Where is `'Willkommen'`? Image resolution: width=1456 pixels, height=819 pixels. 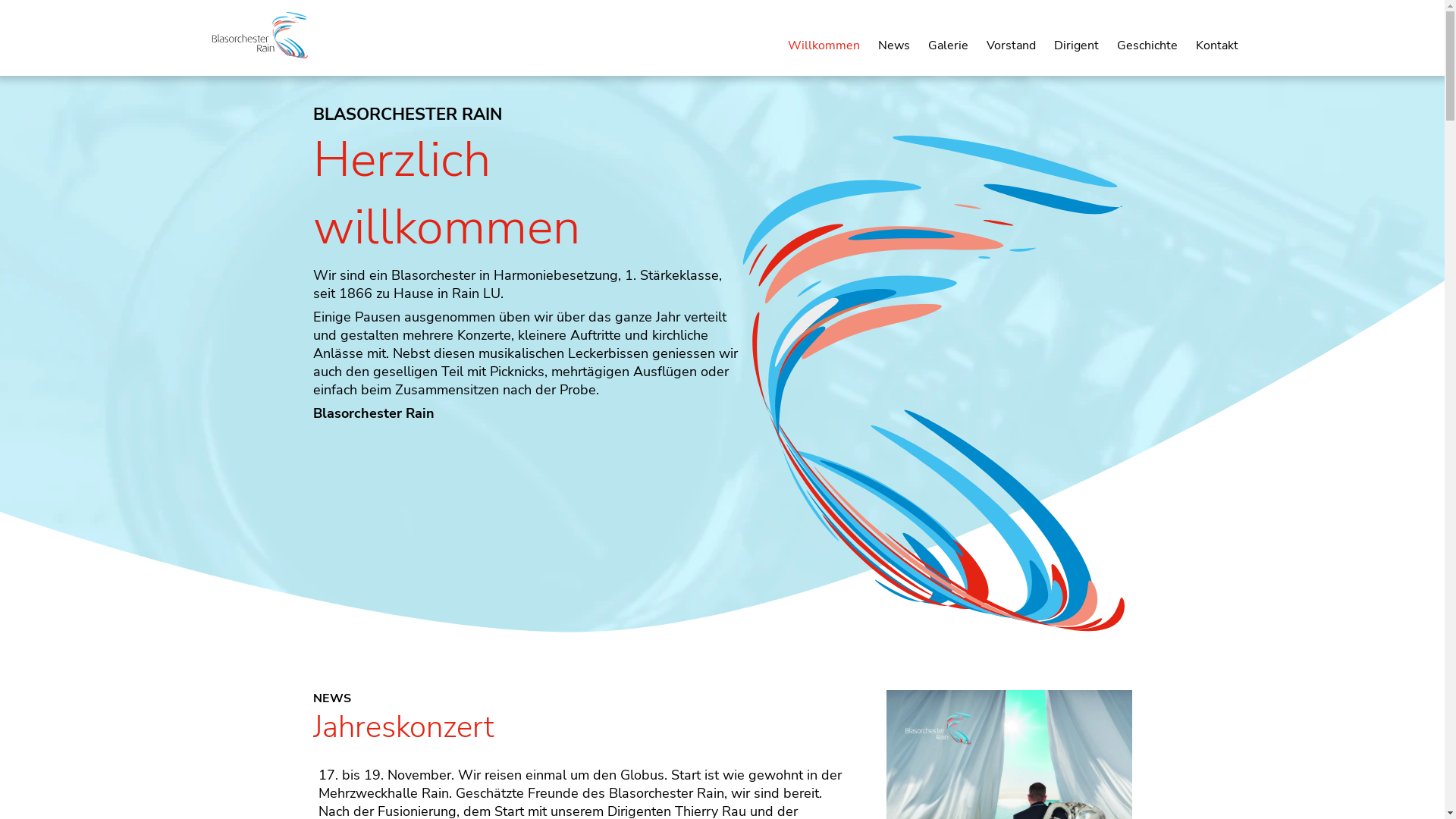 'Willkommen' is located at coordinates (822, 45).